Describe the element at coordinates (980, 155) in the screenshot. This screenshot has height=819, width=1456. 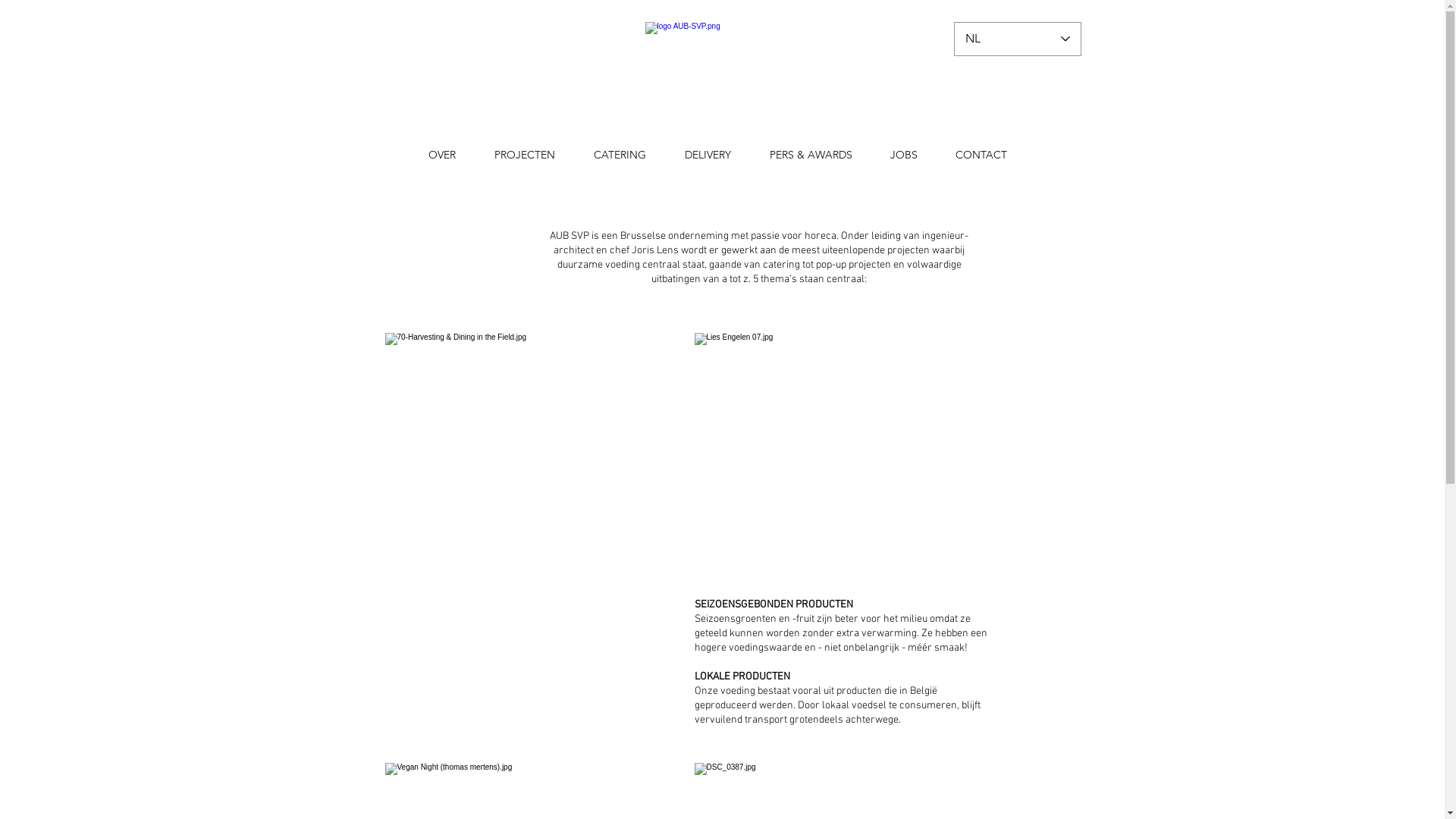
I see `'CONTACT'` at that location.